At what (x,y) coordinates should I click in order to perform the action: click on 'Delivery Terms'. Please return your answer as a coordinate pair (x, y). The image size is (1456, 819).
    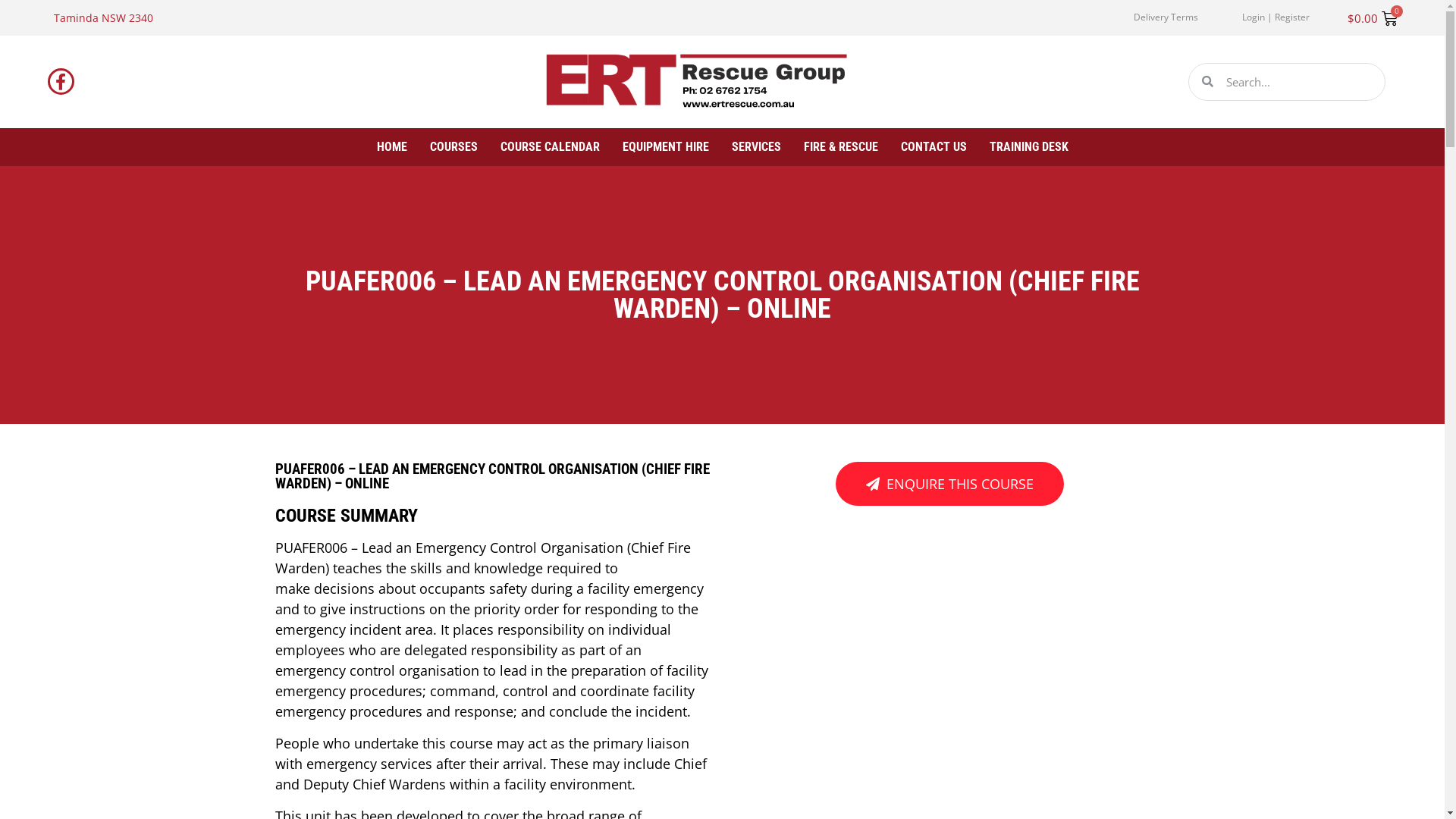
    Looking at the image, I should click on (1165, 17).